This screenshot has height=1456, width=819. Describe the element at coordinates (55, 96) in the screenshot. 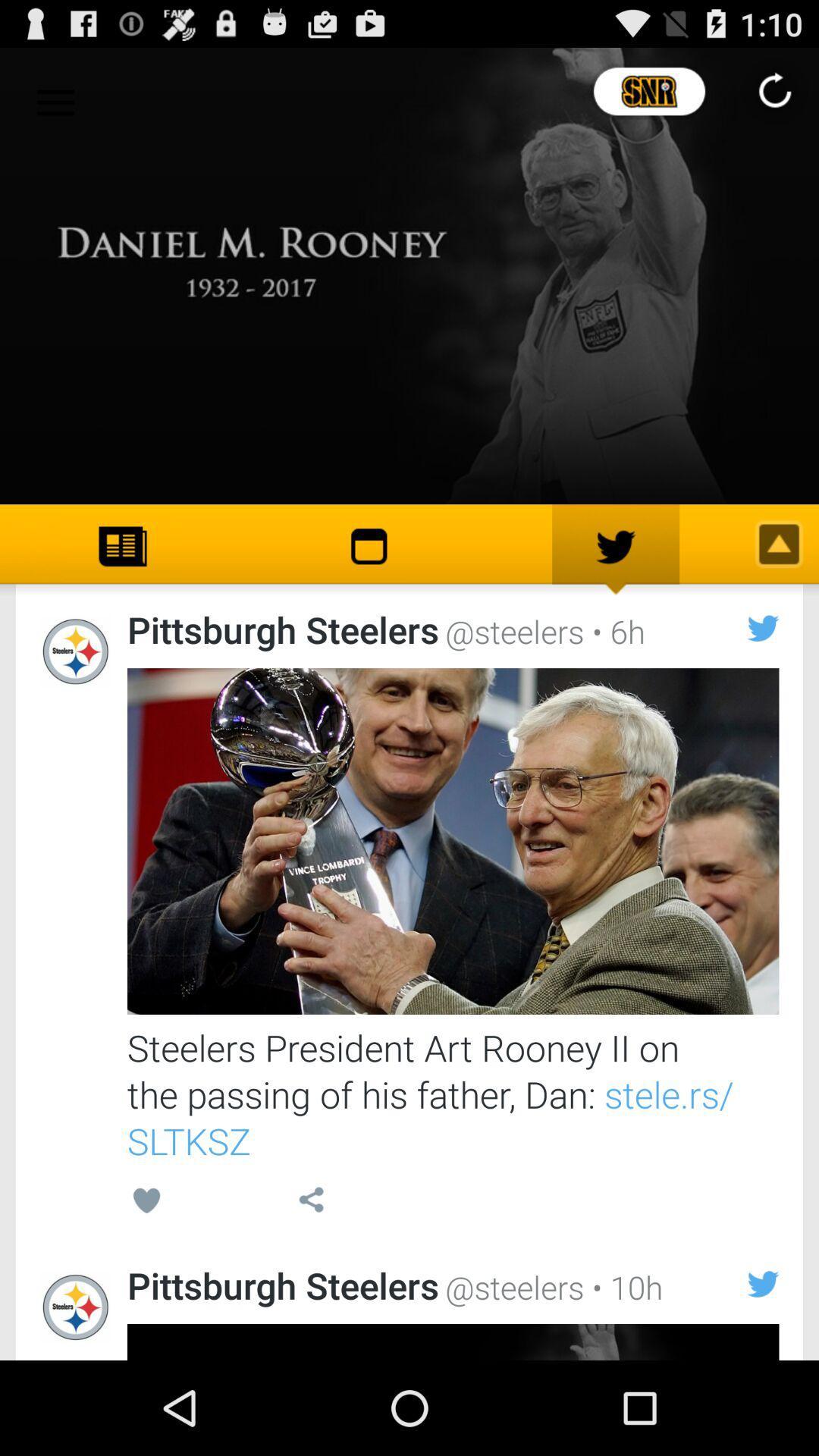

I see `the icon at the top left corner` at that location.